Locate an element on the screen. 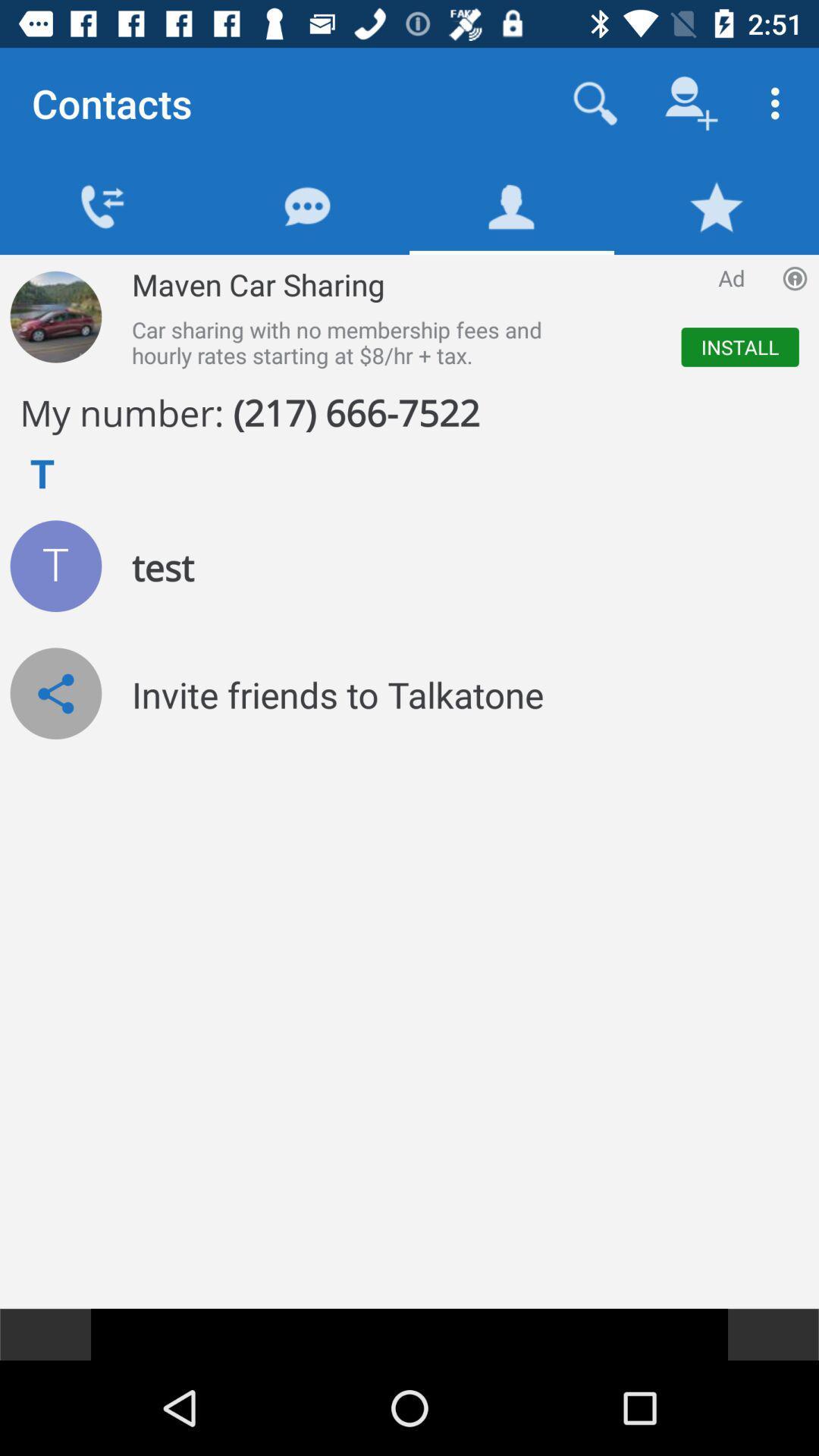 The width and height of the screenshot is (819, 1456). the car image is located at coordinates (55, 316).